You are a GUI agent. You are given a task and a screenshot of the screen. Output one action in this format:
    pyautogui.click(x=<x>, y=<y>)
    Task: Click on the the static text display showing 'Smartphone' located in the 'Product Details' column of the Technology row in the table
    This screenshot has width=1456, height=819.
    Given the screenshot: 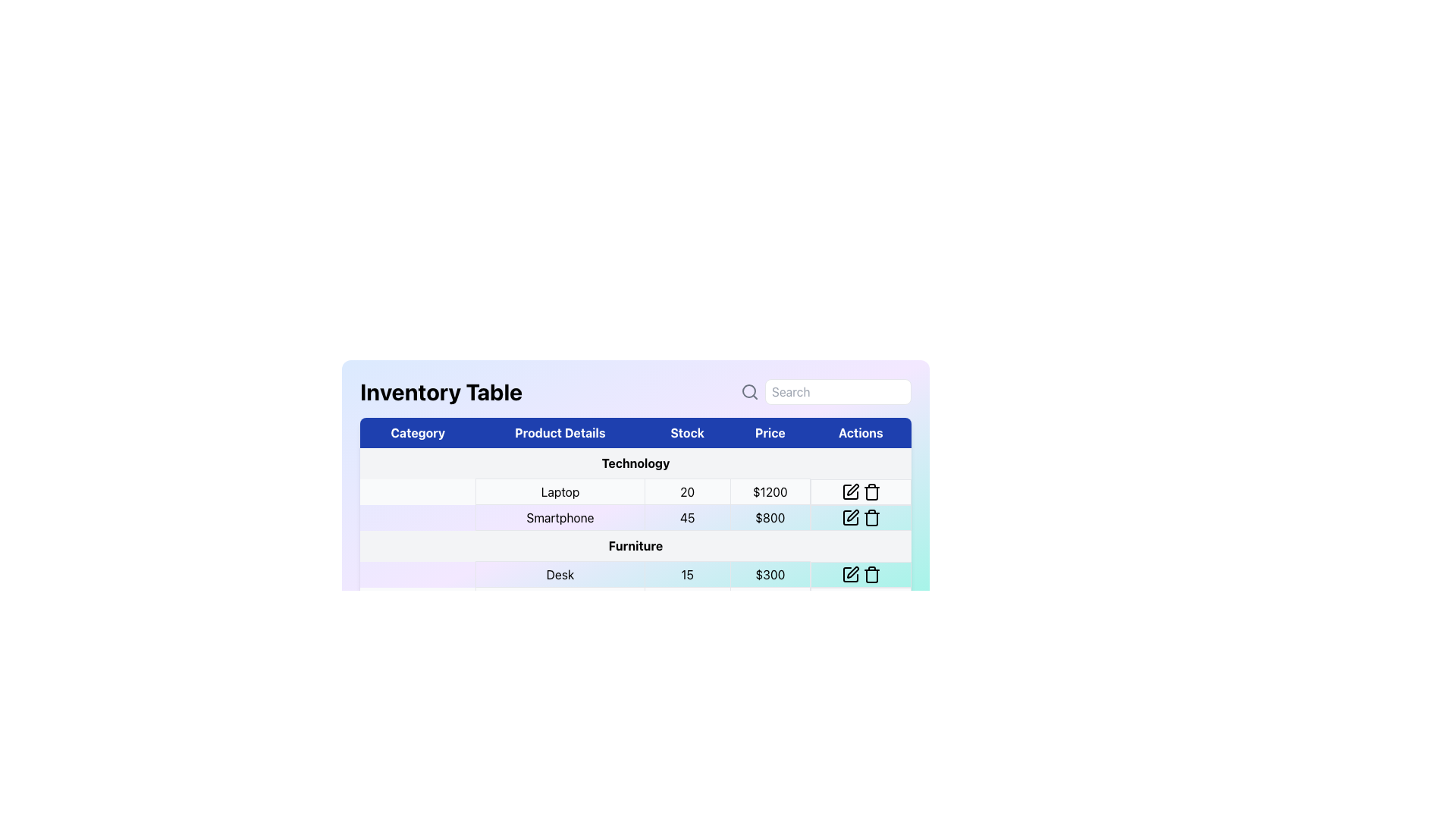 What is the action you would take?
    pyautogui.click(x=560, y=516)
    